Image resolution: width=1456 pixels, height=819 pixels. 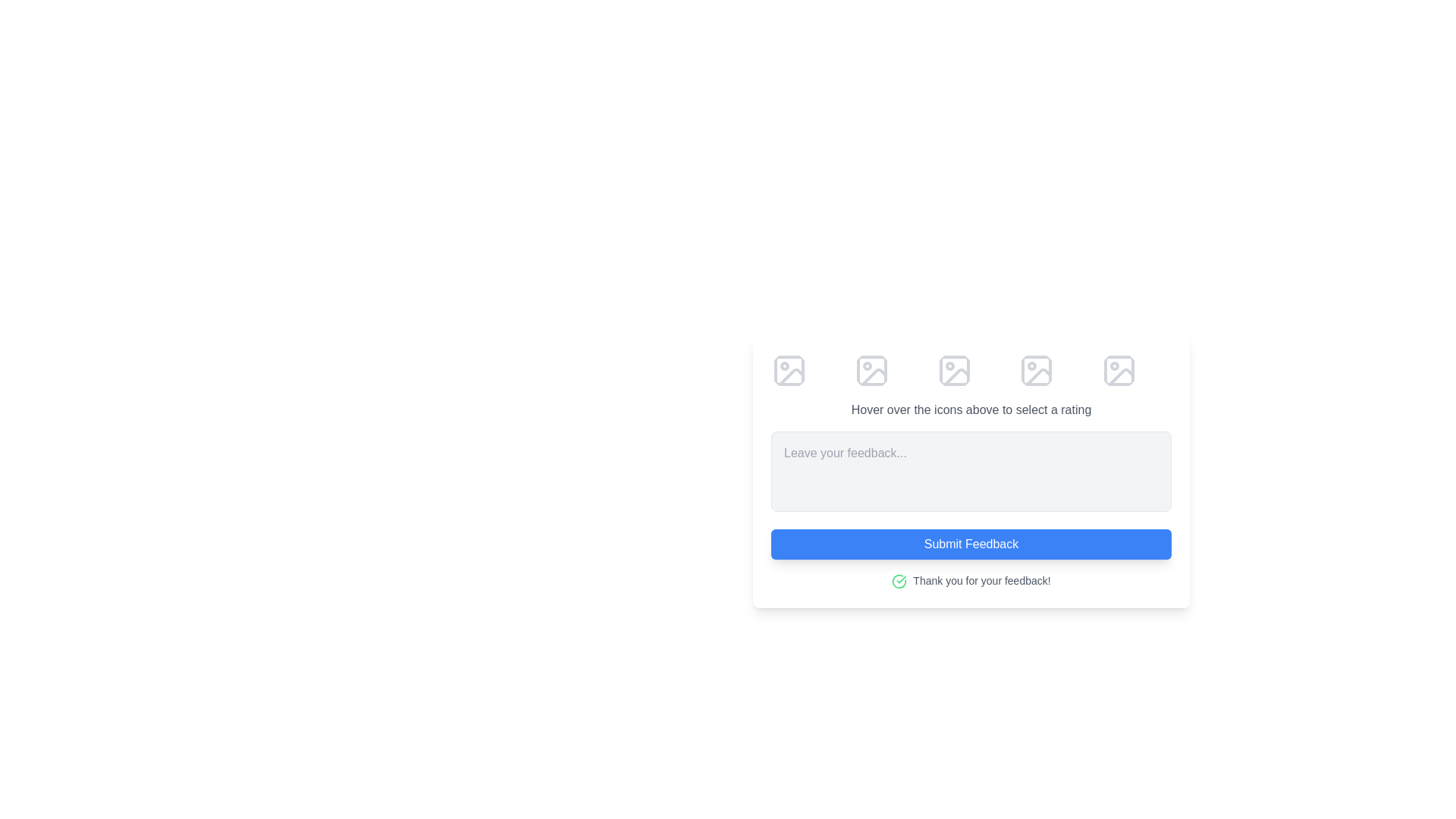 What do you see at coordinates (789, 371) in the screenshot?
I see `the first icon in the horizontal grid at the top-left corner` at bounding box center [789, 371].